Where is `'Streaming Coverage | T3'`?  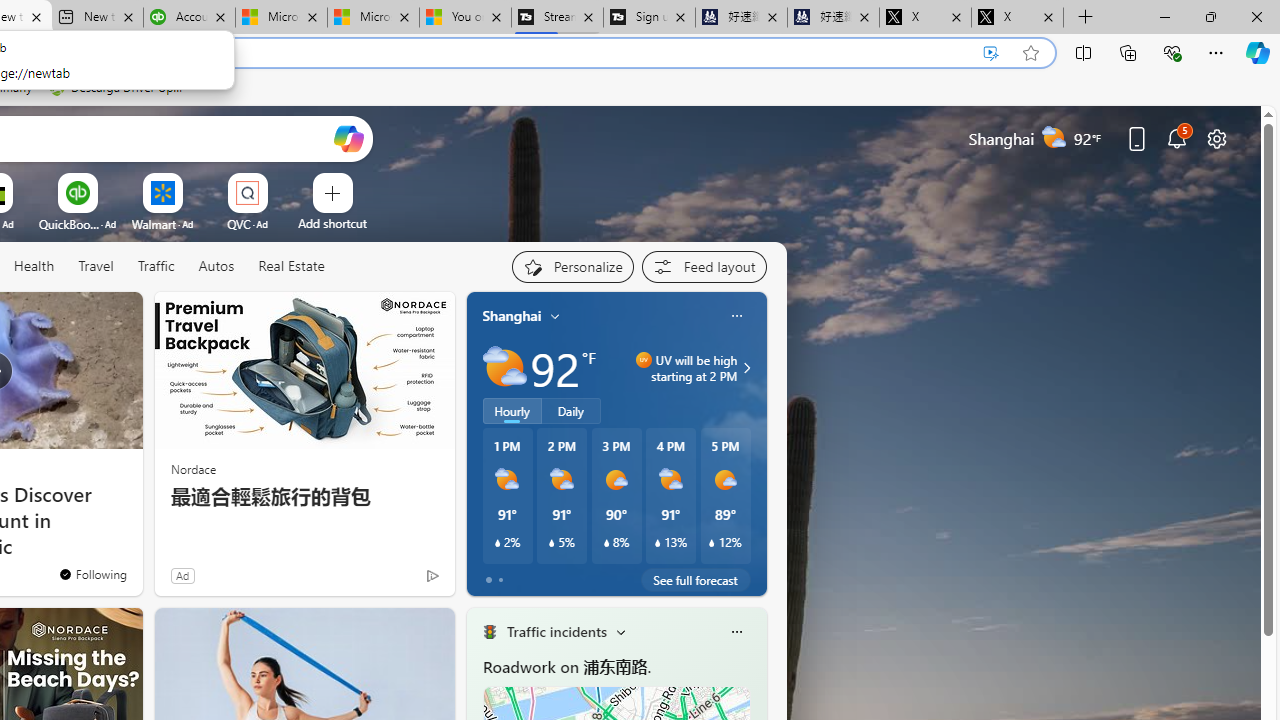
'Streaming Coverage | T3' is located at coordinates (557, 17).